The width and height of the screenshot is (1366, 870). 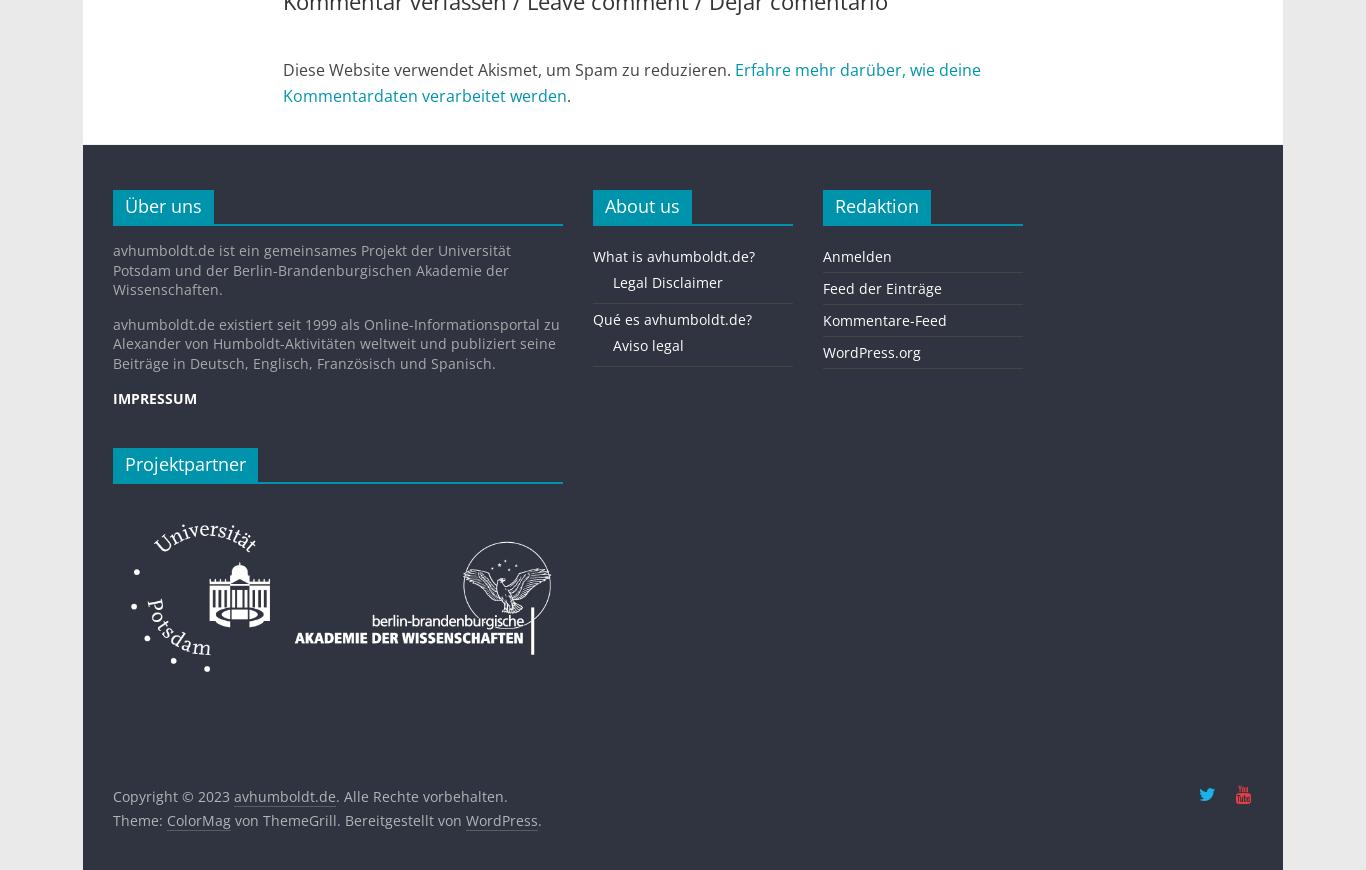 What do you see at coordinates (641, 205) in the screenshot?
I see `'About us'` at bounding box center [641, 205].